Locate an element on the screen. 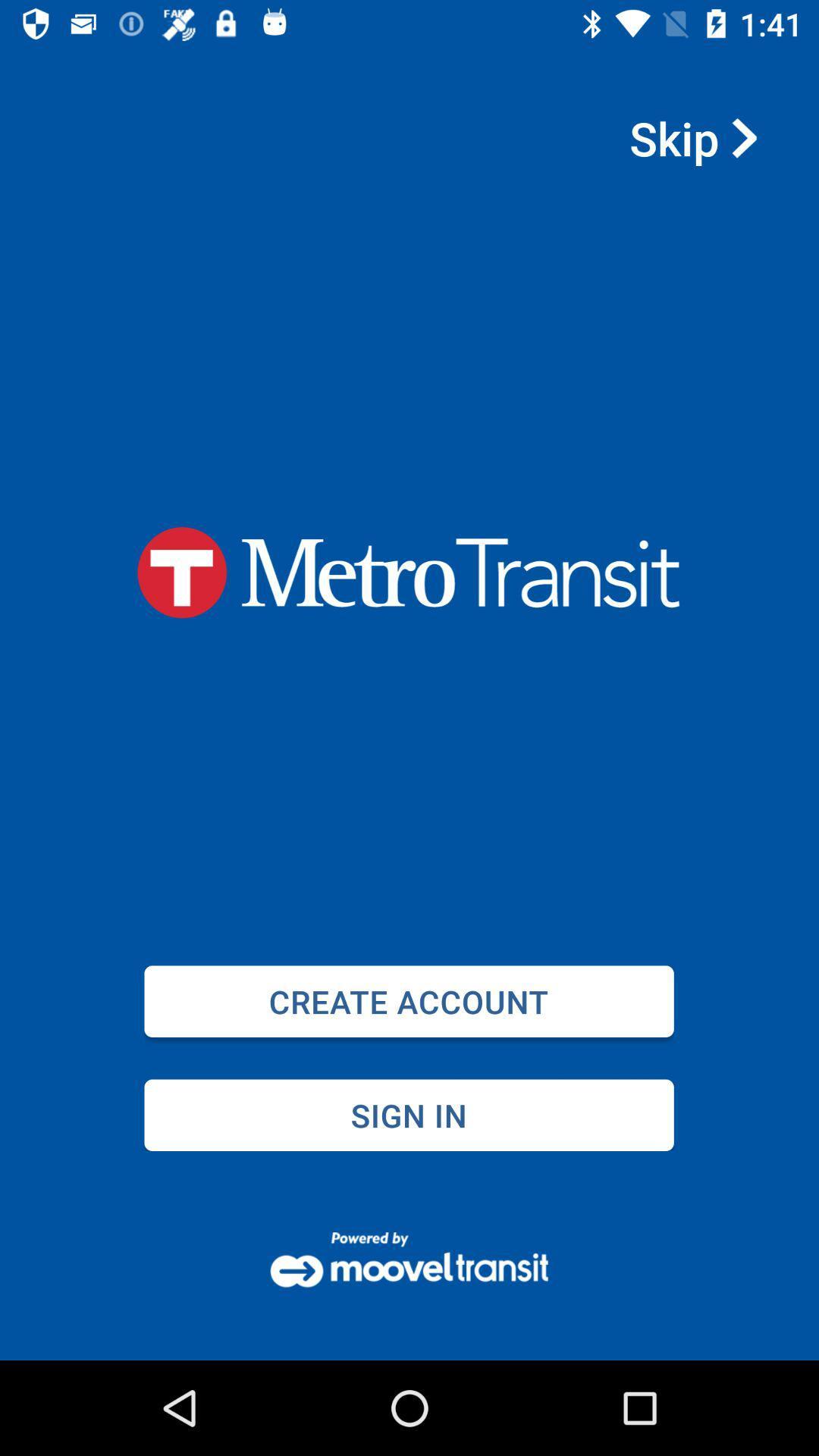  create account is located at coordinates (408, 1001).